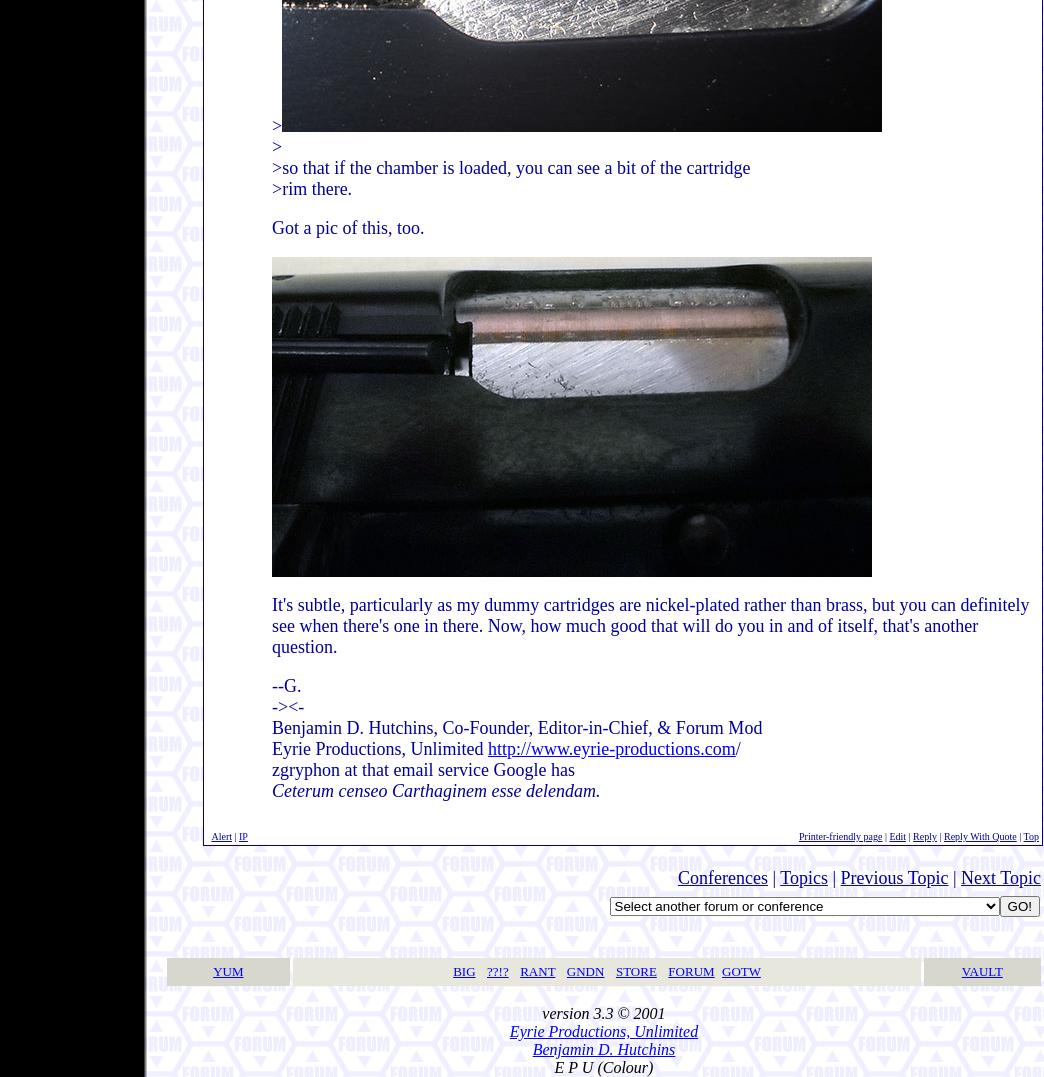  What do you see at coordinates (960, 971) in the screenshot?
I see `'VAULT'` at bounding box center [960, 971].